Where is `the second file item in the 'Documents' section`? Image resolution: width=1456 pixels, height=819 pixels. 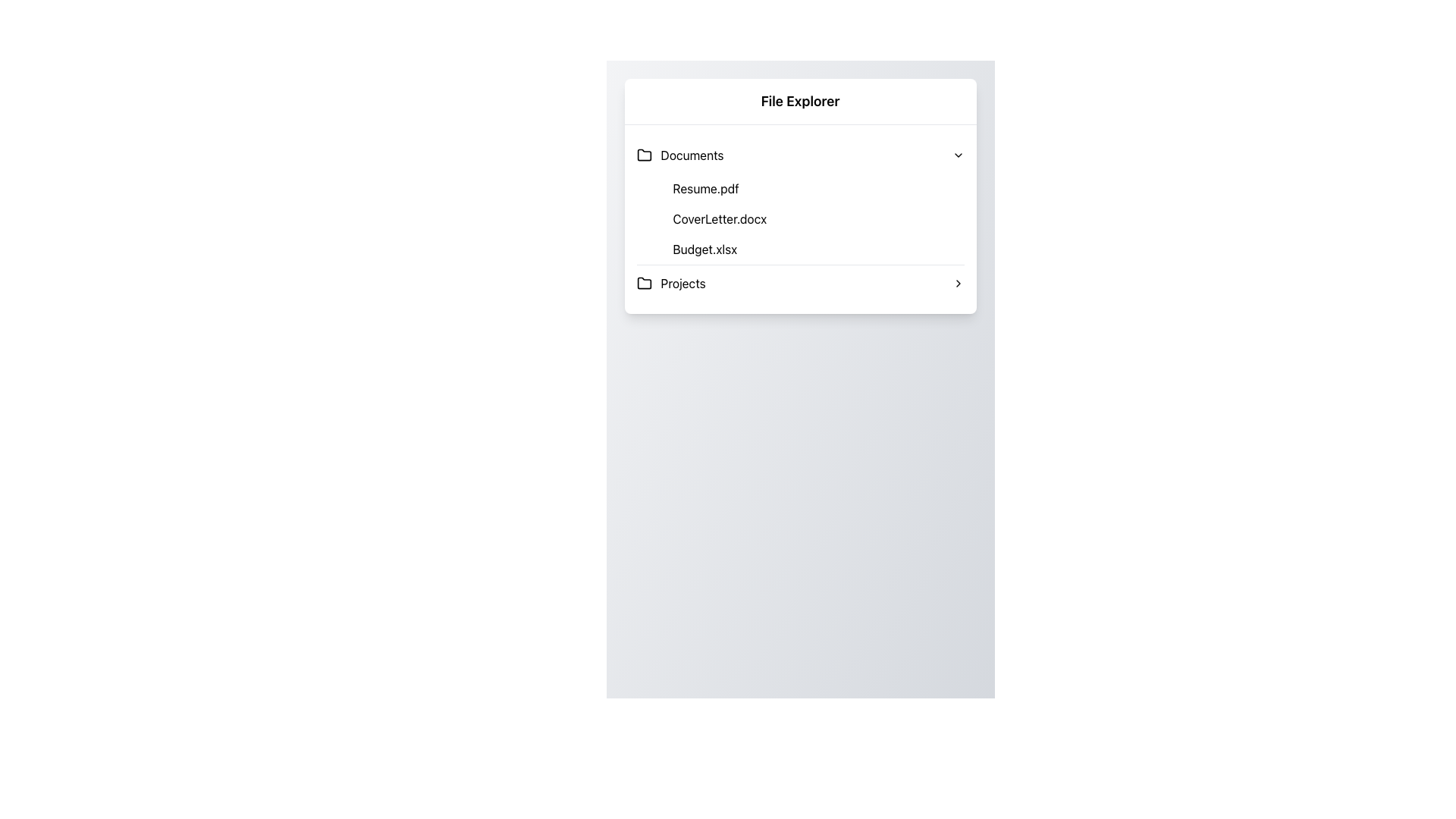 the second file item in the 'Documents' section is located at coordinates (811, 219).